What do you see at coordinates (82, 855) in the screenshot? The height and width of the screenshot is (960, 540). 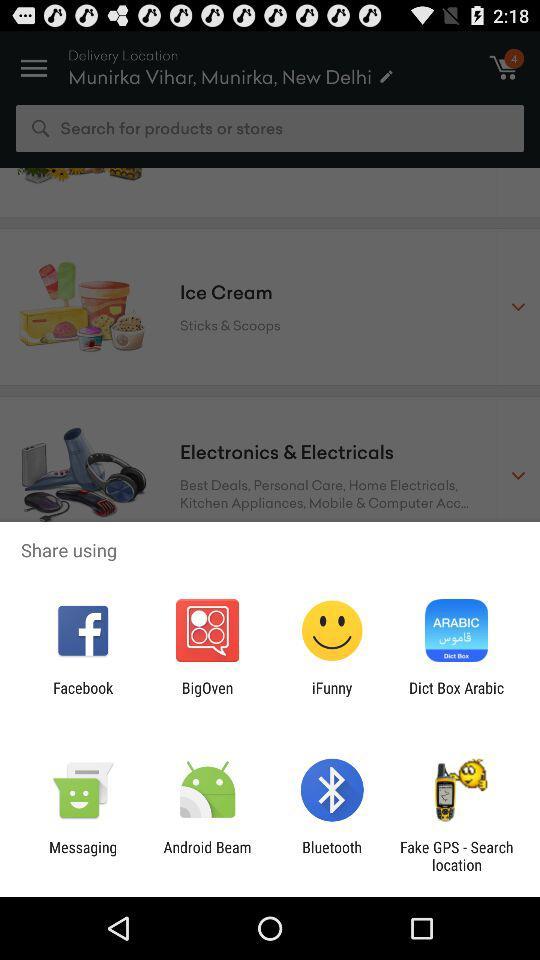 I see `the icon next to the android beam` at bounding box center [82, 855].